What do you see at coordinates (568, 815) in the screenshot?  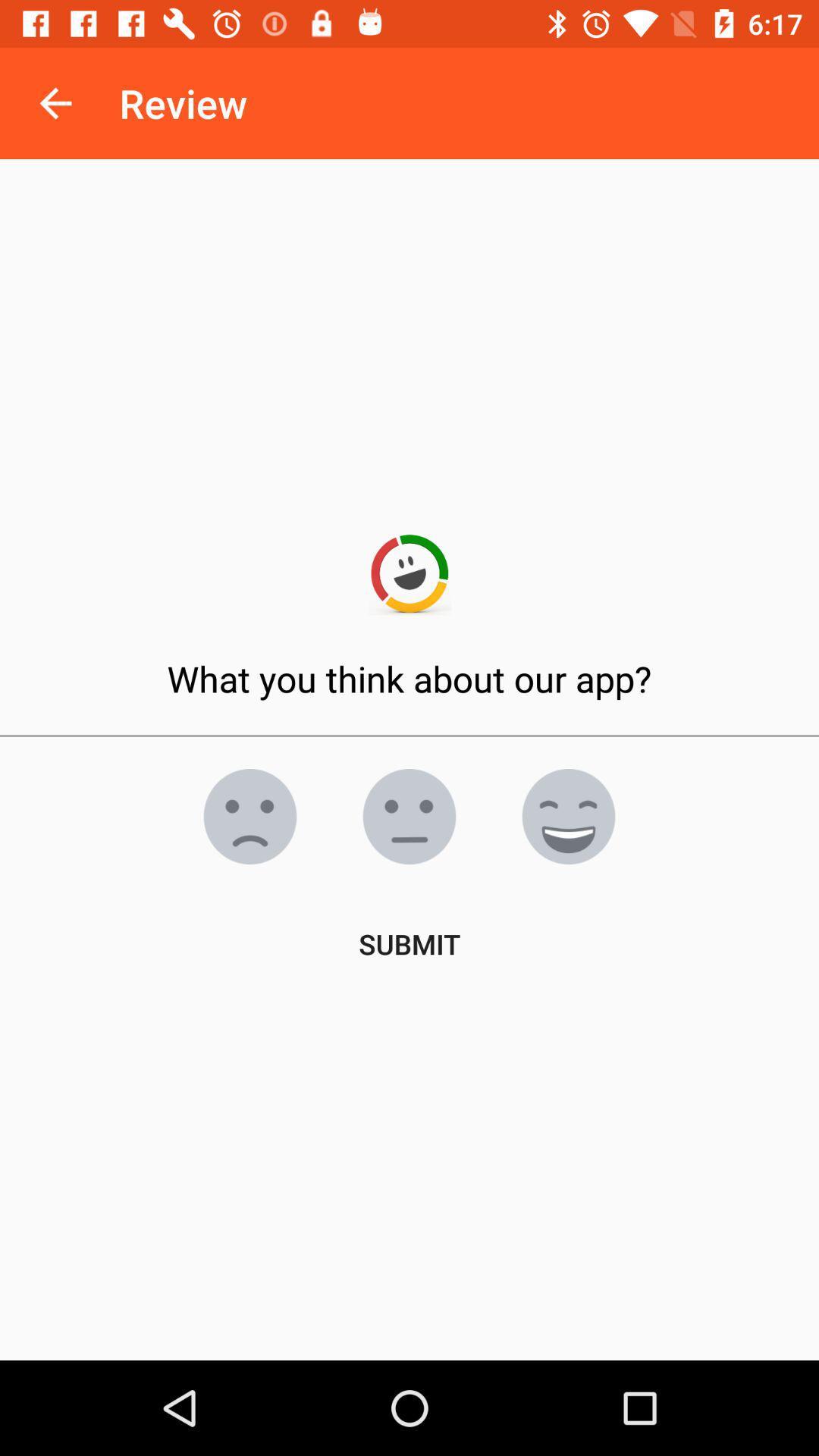 I see `the item above the submit` at bounding box center [568, 815].